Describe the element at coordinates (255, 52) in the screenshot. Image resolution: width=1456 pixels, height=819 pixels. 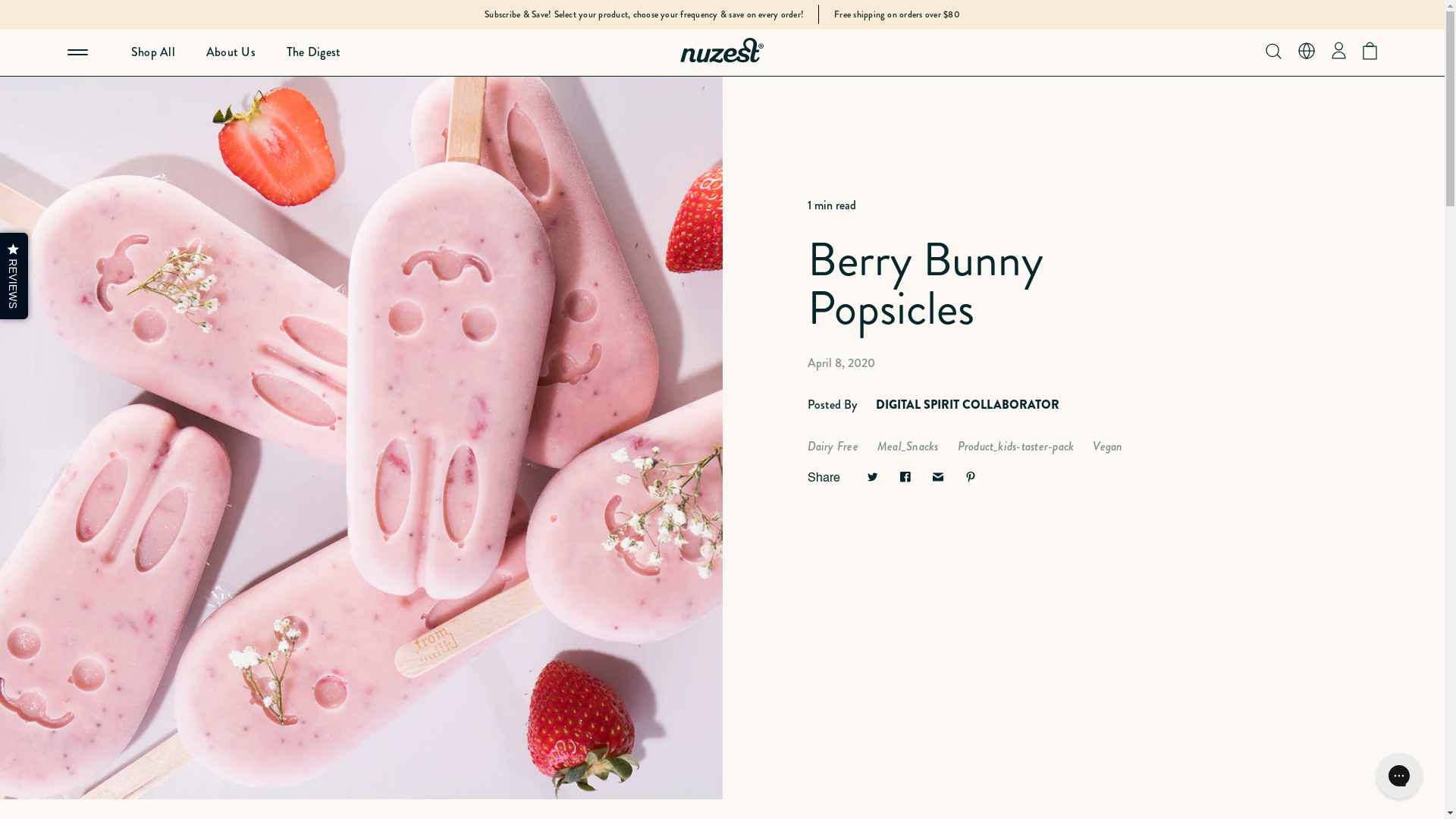
I see `'The Digest'` at that location.